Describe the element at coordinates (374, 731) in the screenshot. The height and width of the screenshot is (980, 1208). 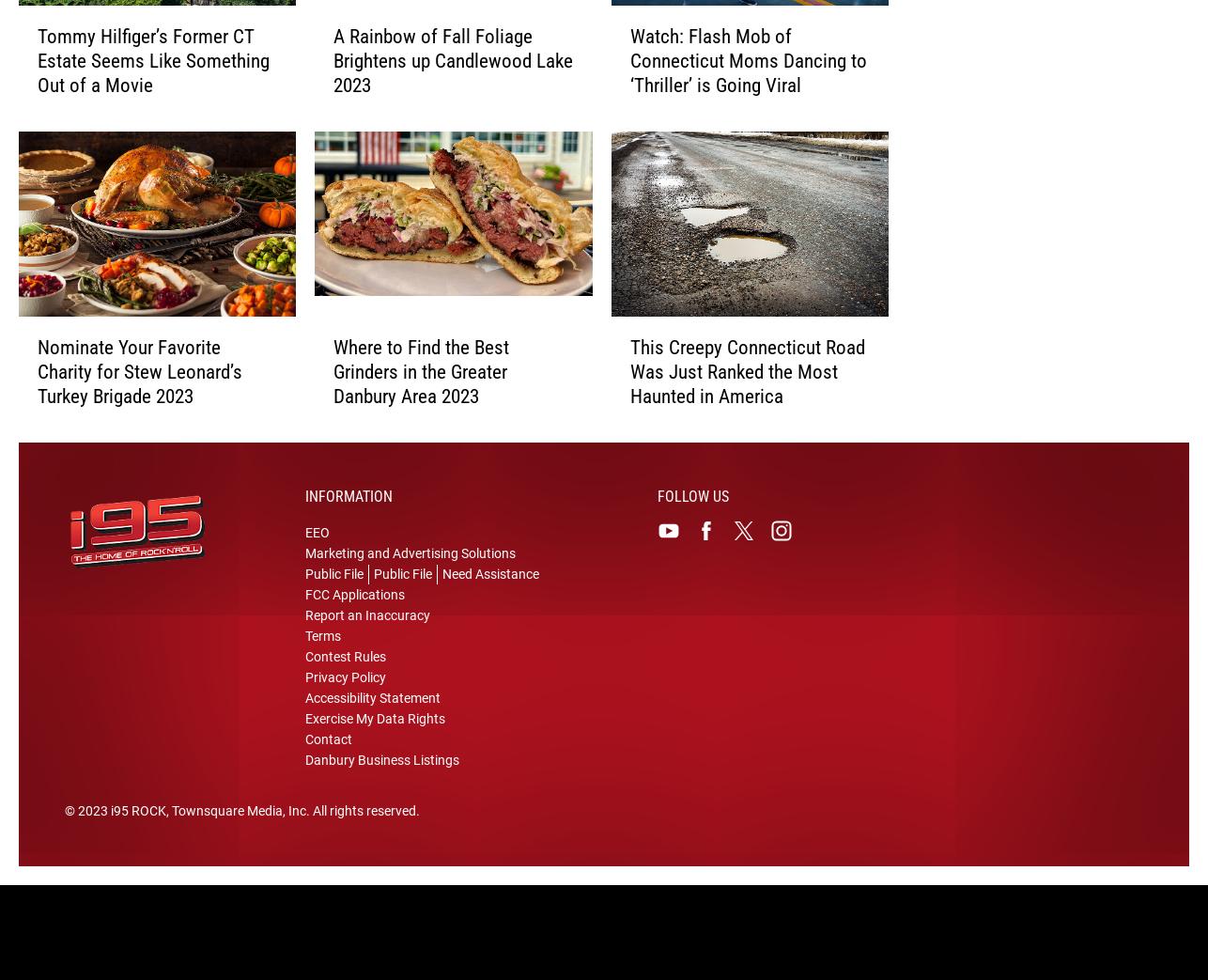
I see `'Exercise My Data Rights'` at that location.